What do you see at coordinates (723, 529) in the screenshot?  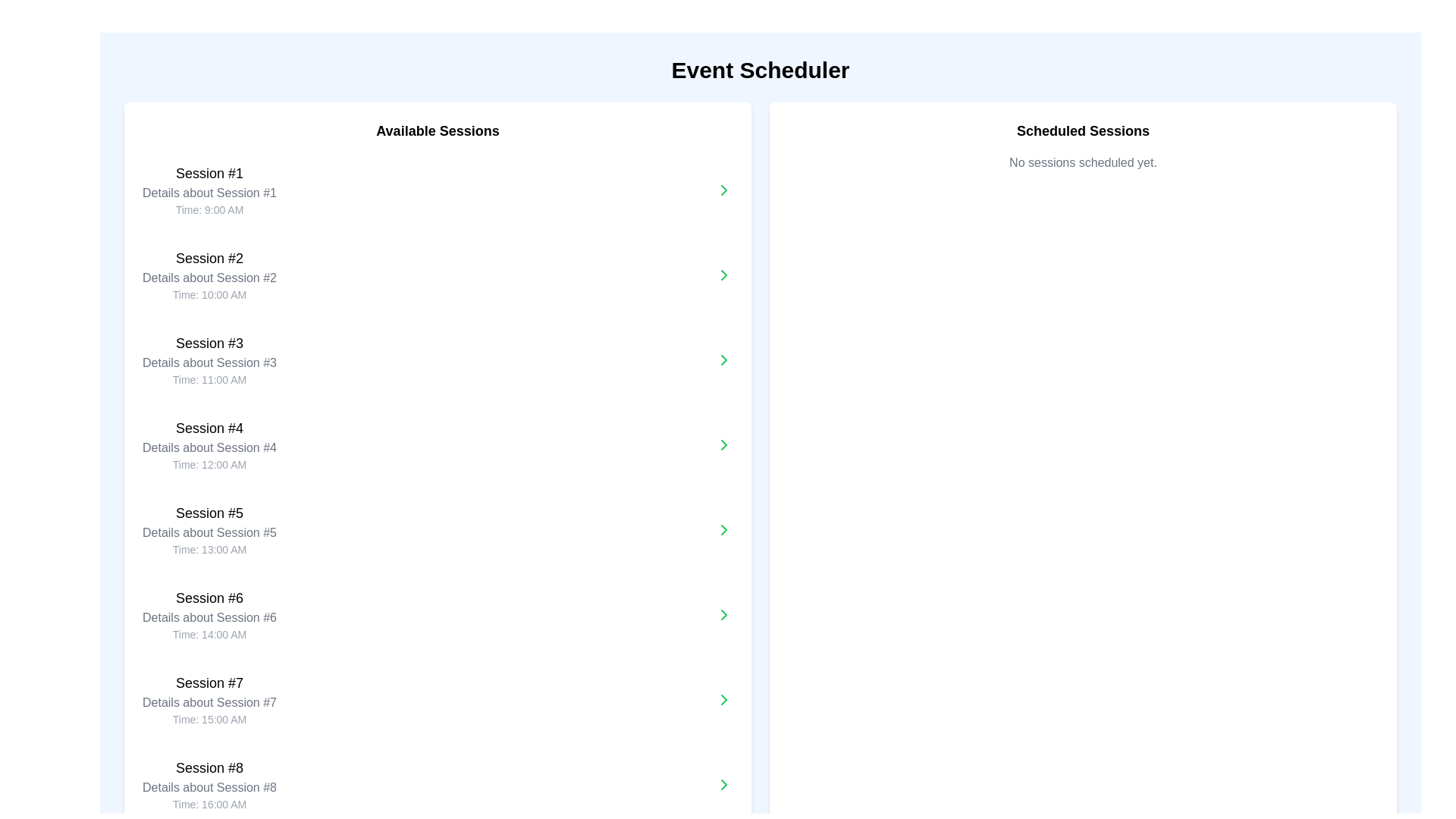 I see `the green forward arrow button associated with 'Session #5'` at bounding box center [723, 529].